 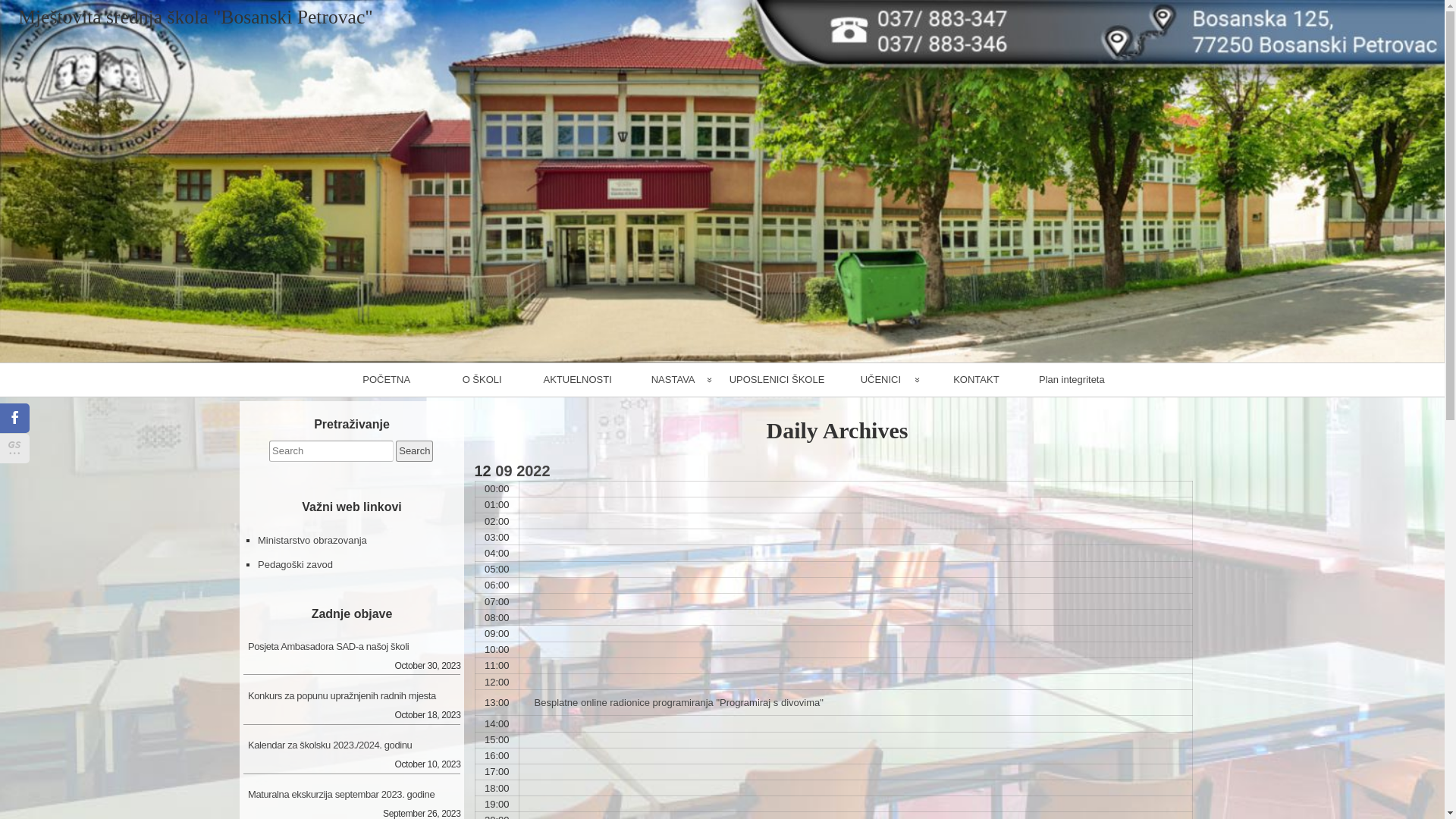 What do you see at coordinates (1070, 379) in the screenshot?
I see `'Plan integriteta'` at bounding box center [1070, 379].